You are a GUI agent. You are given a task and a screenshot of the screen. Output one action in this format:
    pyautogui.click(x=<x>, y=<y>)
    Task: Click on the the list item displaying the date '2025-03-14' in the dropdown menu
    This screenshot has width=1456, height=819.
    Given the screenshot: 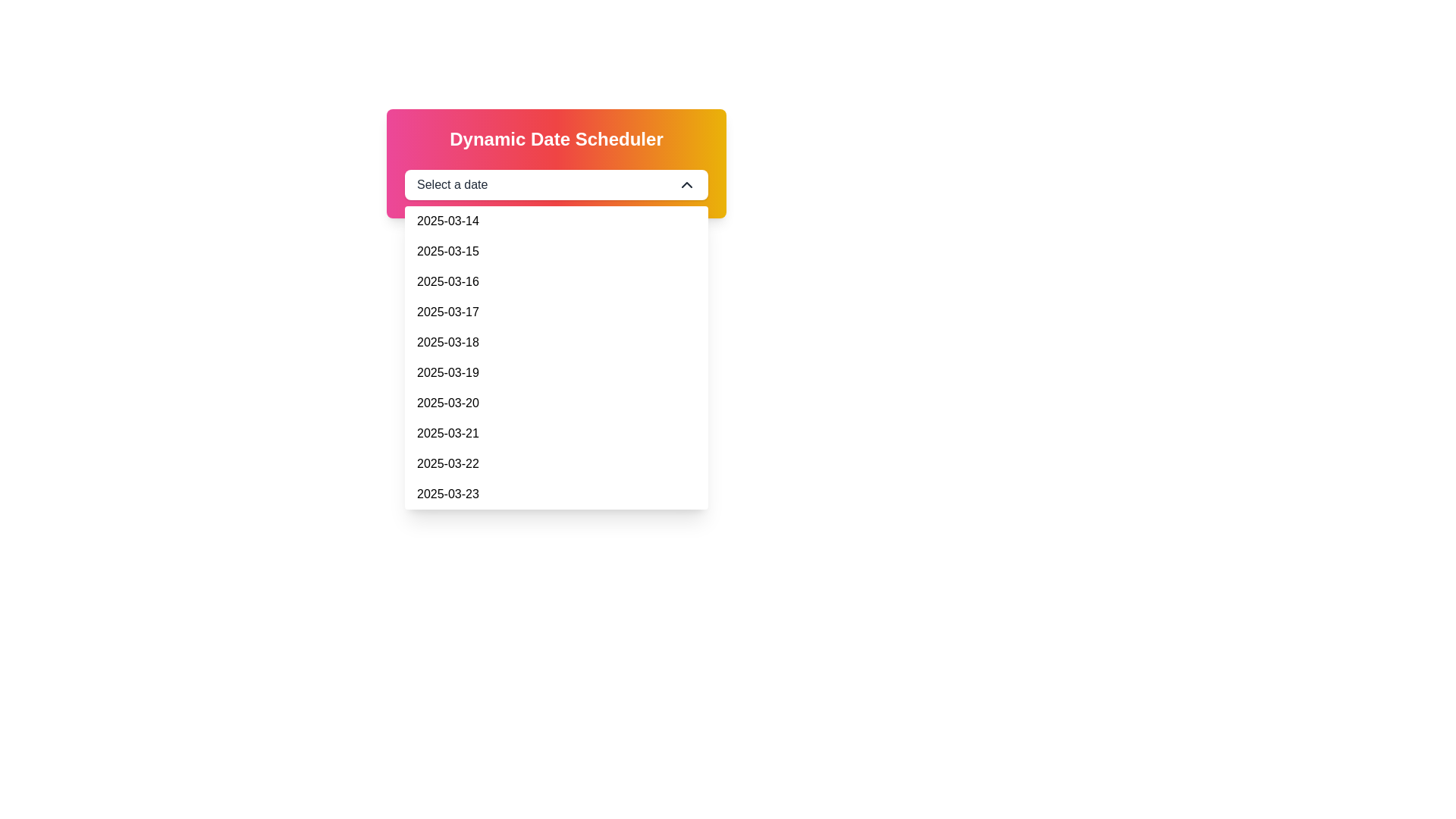 What is the action you would take?
    pyautogui.click(x=447, y=221)
    